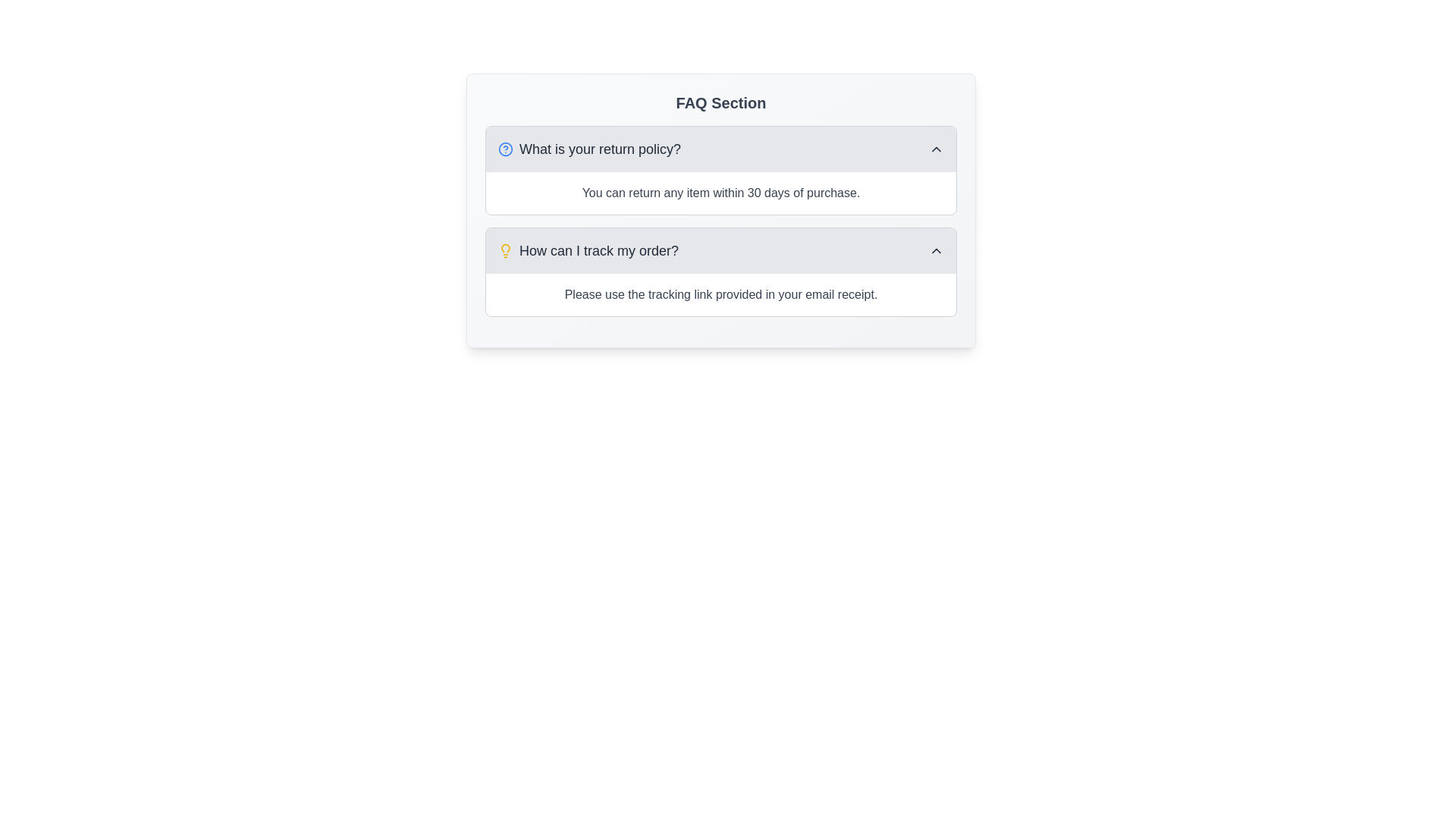  I want to click on the FAQ entry title that displays the question 'What is your return policy?' which is located at the top of the FAQ list and immediately to the right of the help icon, so click(599, 149).